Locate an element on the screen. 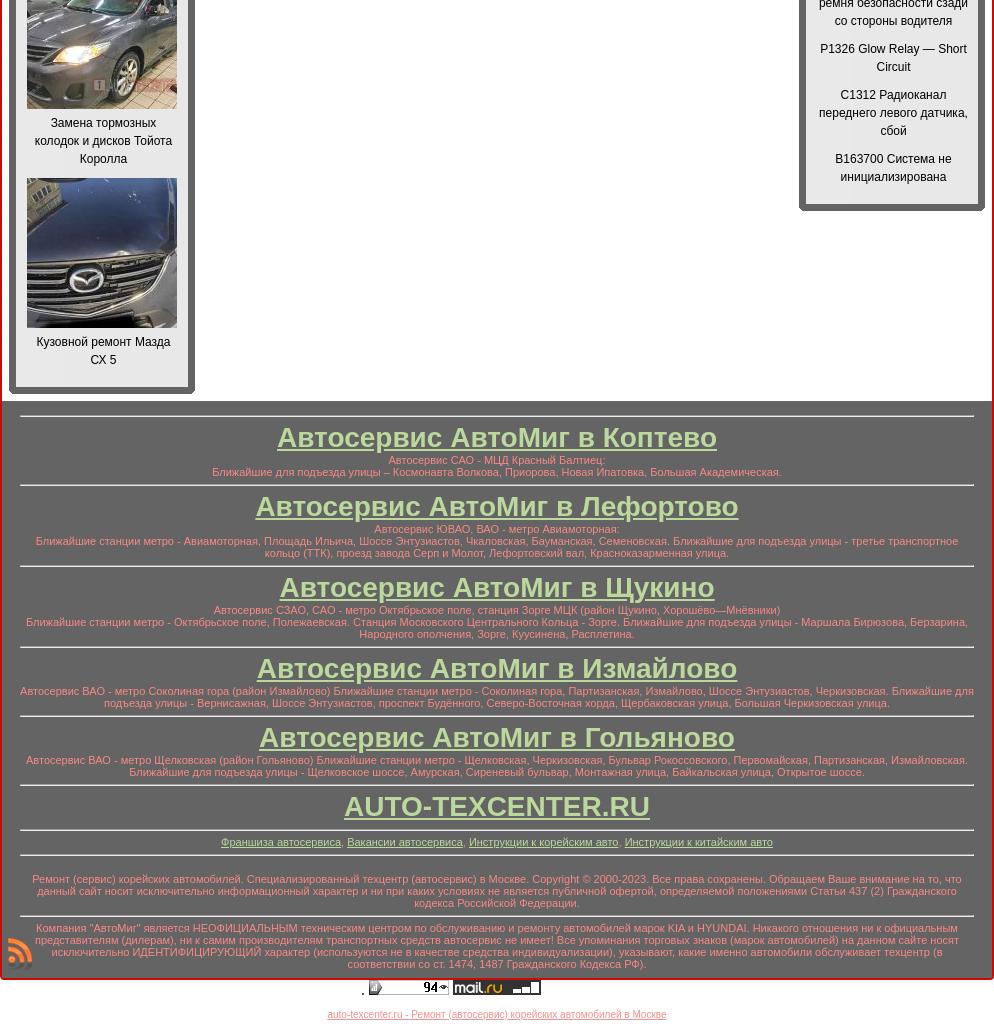 This screenshot has width=994, height=1030. 'P1326 Glow Relay — Short Circuit' is located at coordinates (892, 57).